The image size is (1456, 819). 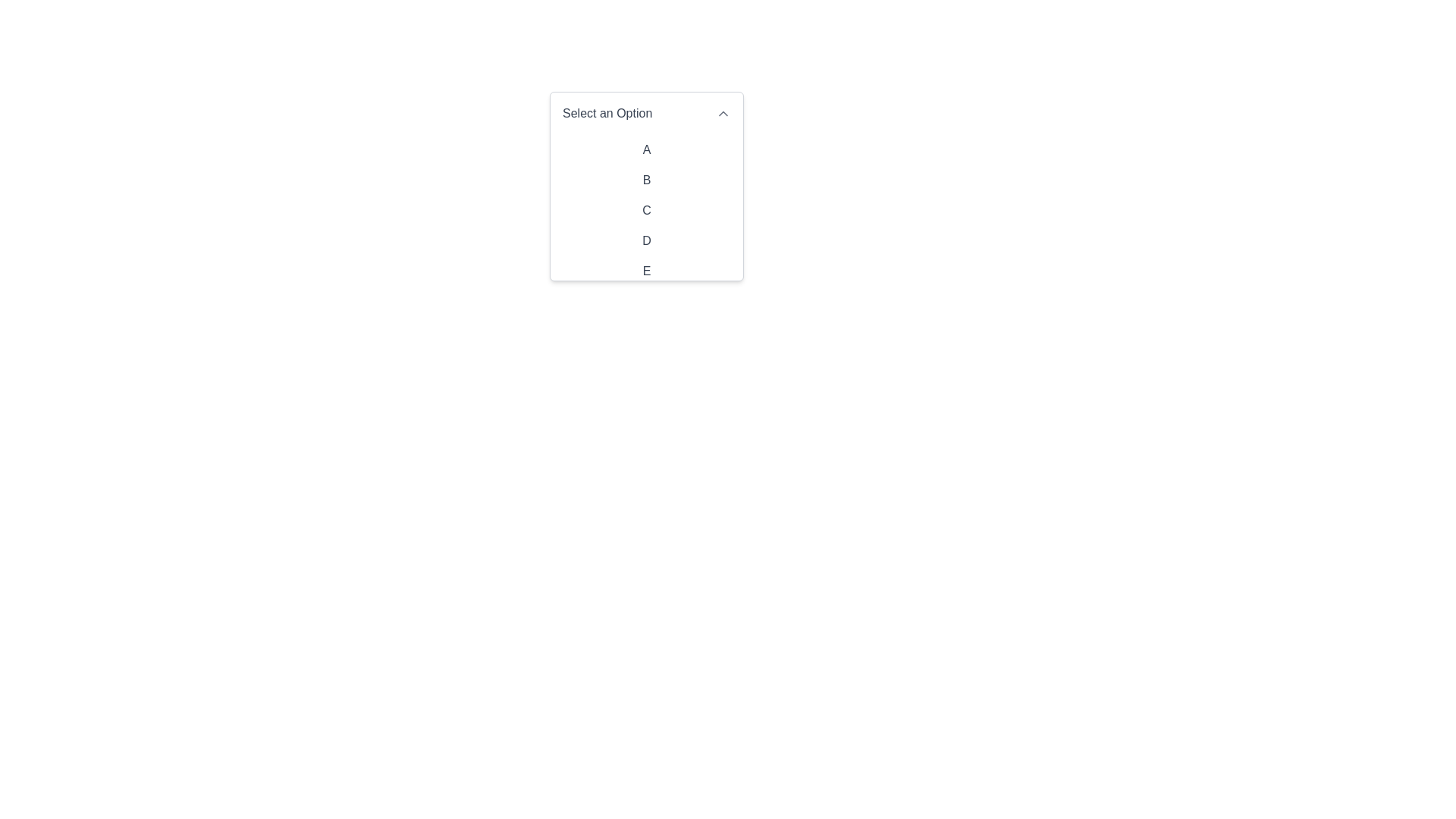 I want to click on the 'B' text option in the dropdown menu, so click(x=647, y=180).